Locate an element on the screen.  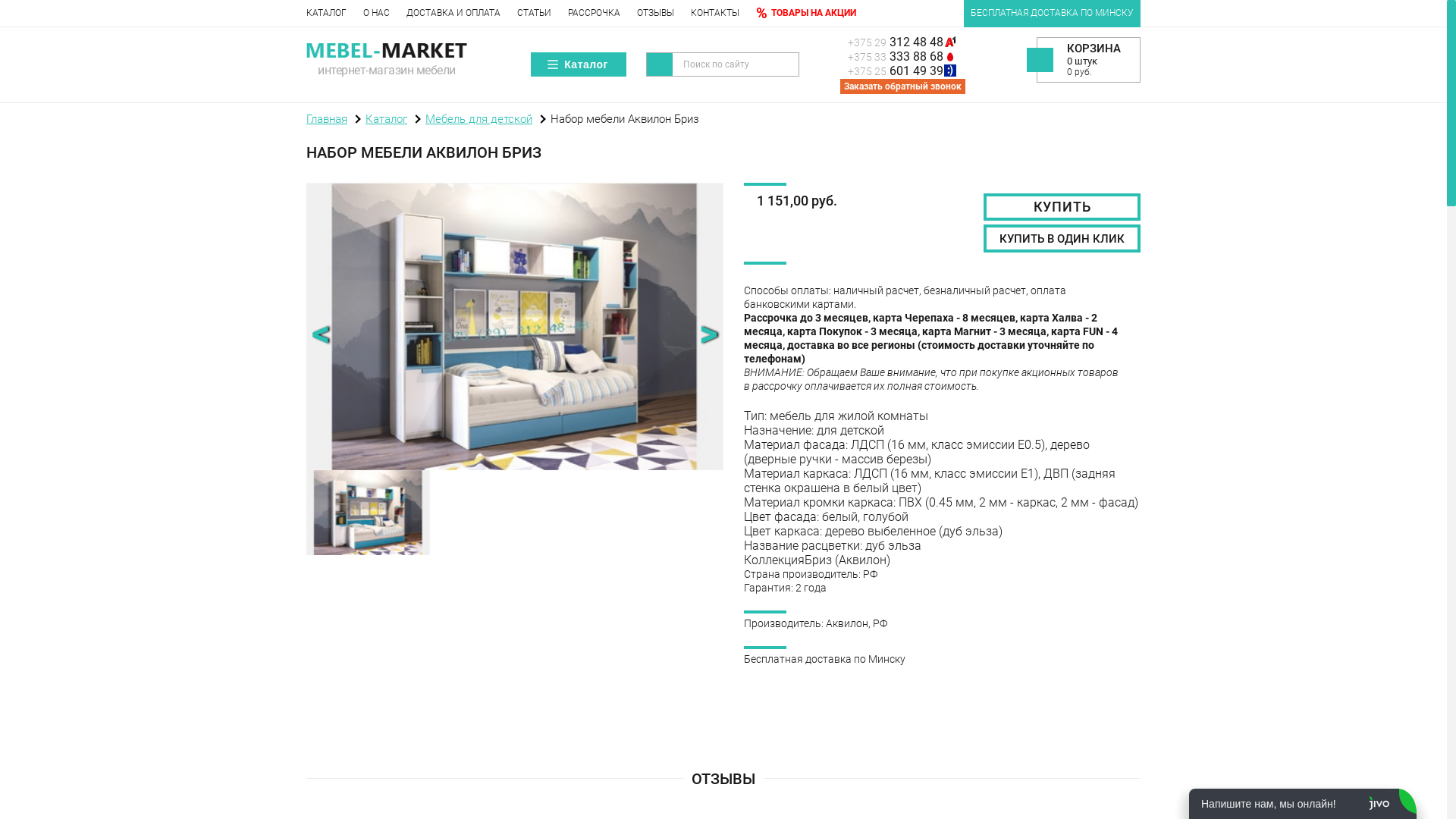
'+375 25601 49 39' is located at coordinates (910, 71).